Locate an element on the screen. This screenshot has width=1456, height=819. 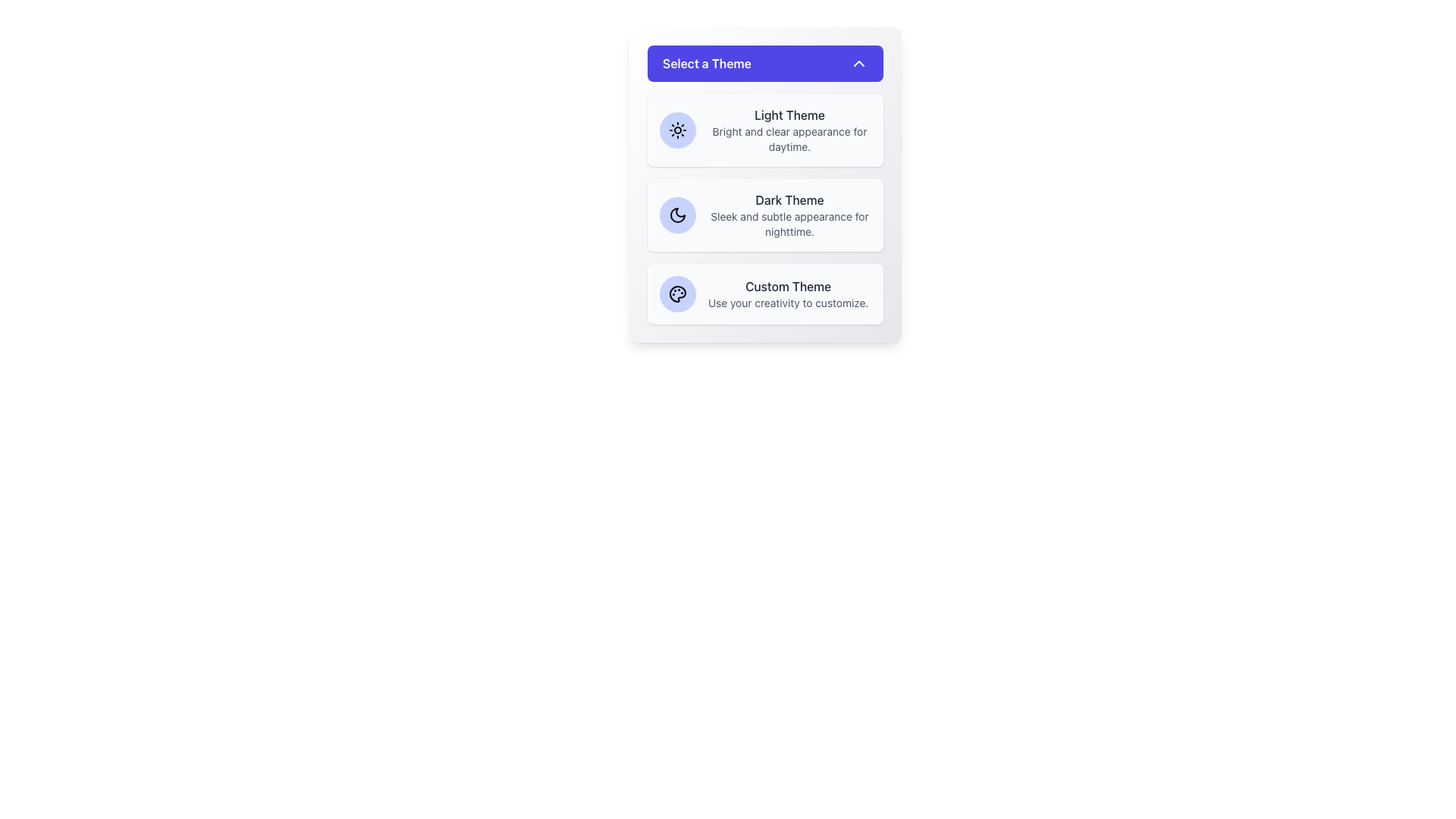
the Graphic Icon representing the customization feature of the 'Custom Theme' option, located at the beginning of the 'Custom Theme' card in the 'Select a Theme' section is located at coordinates (676, 294).